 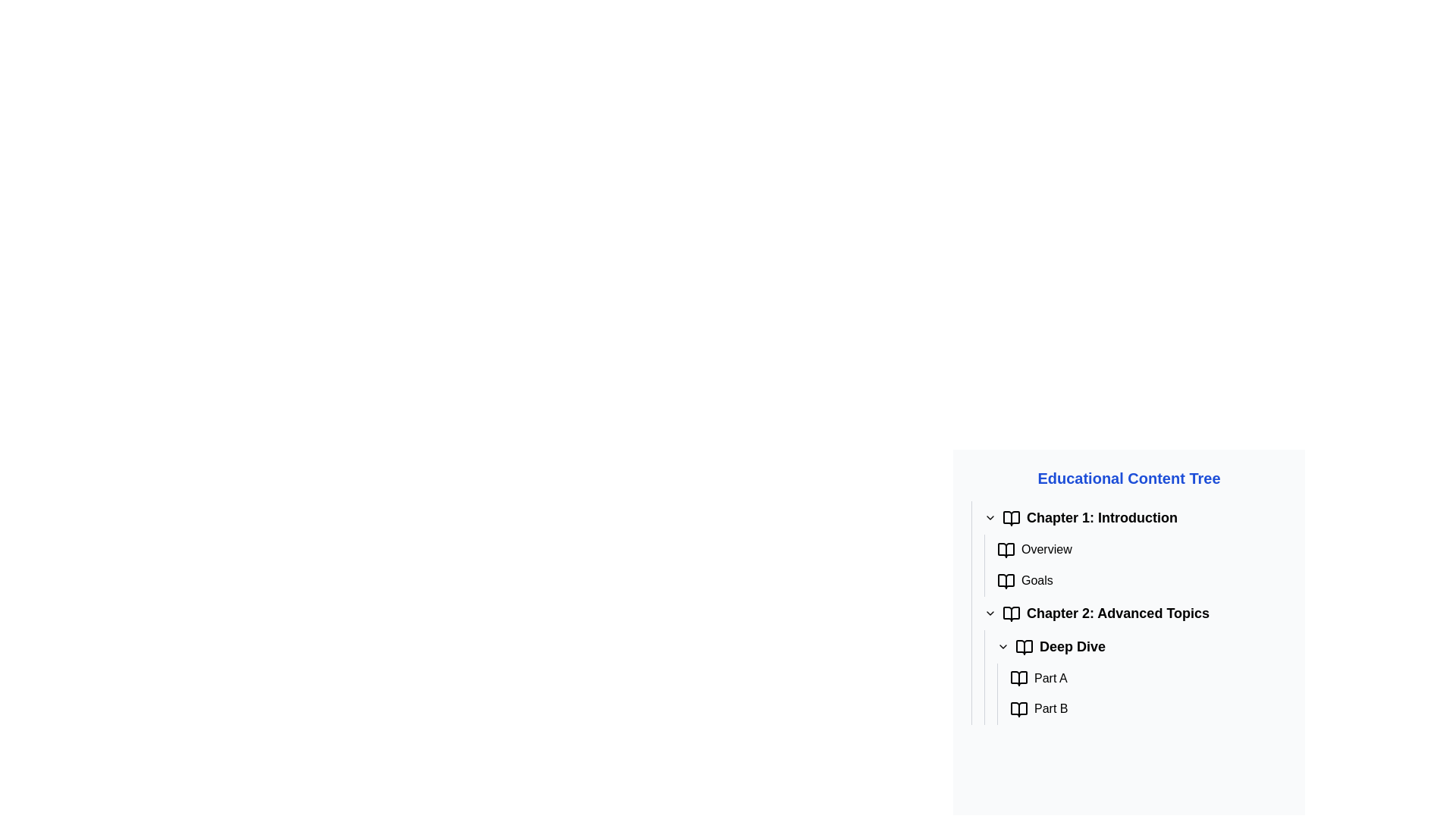 I want to click on the book icon located at the start of the line containing the heading 'Chapter 1: Introduction', so click(x=1012, y=517).